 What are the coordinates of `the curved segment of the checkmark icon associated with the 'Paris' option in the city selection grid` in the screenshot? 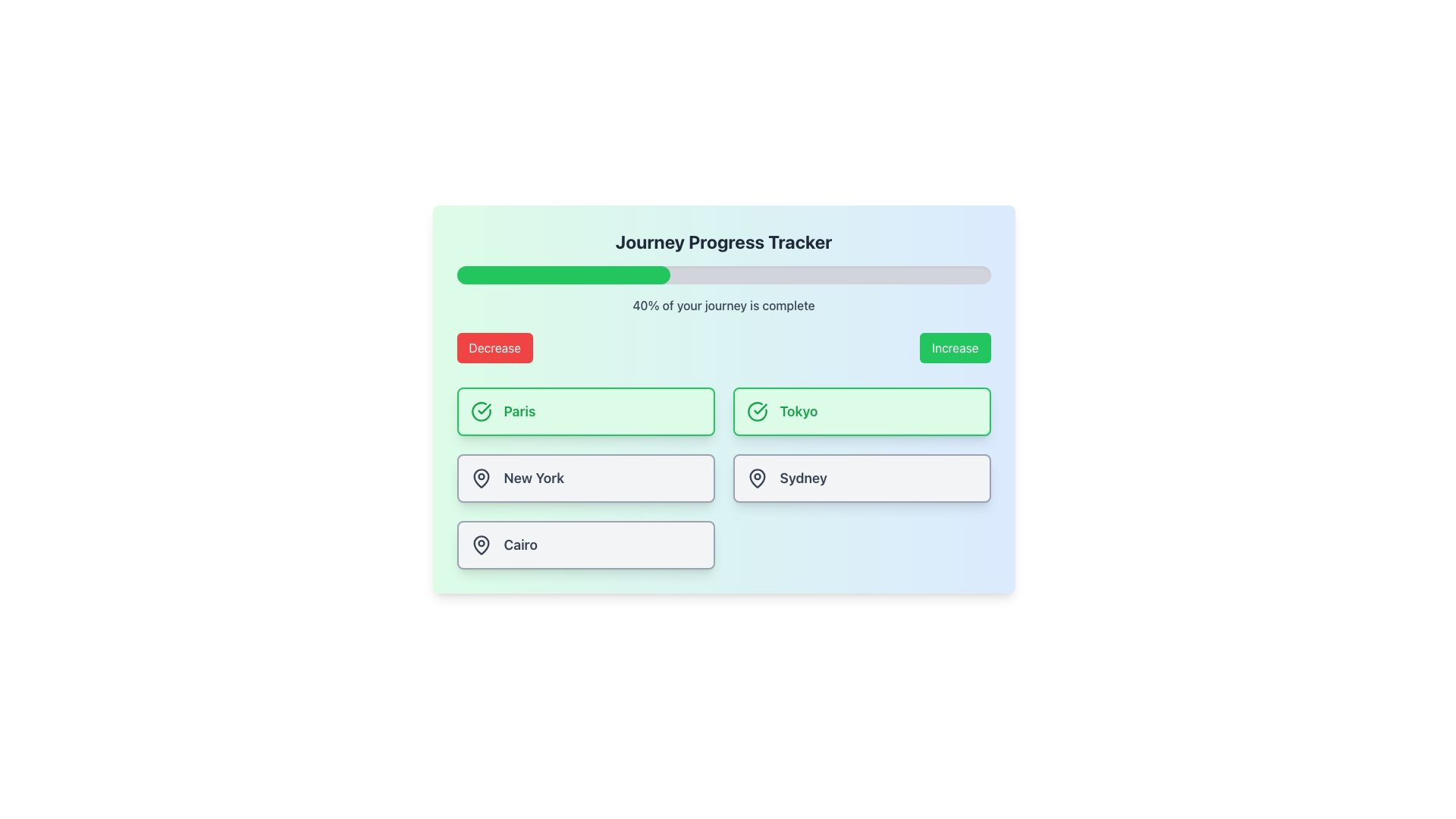 It's located at (480, 412).